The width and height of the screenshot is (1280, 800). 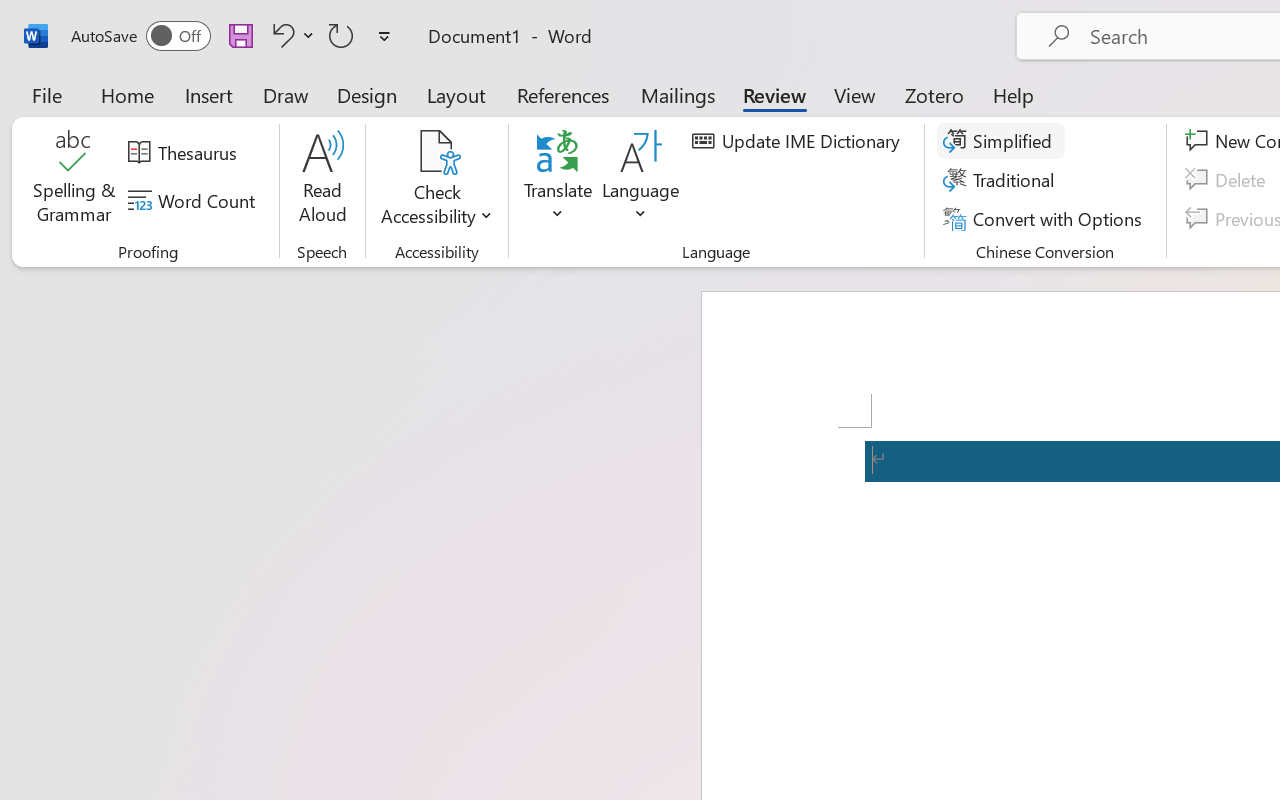 I want to click on 'Thesaurus...', so click(x=185, y=153).